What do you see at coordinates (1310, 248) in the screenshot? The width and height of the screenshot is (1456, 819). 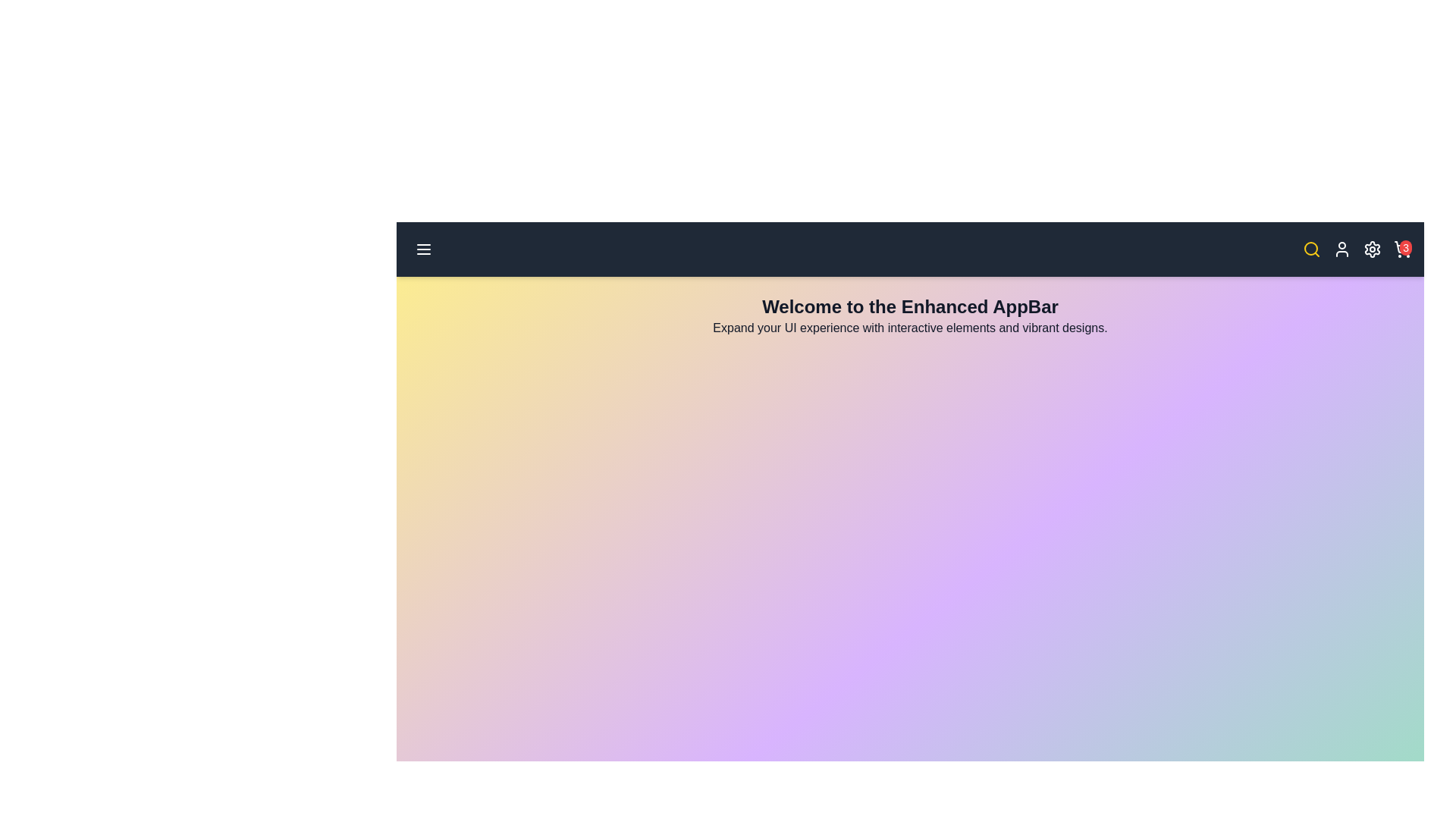 I see `the search icon to toggle its focus state` at bounding box center [1310, 248].